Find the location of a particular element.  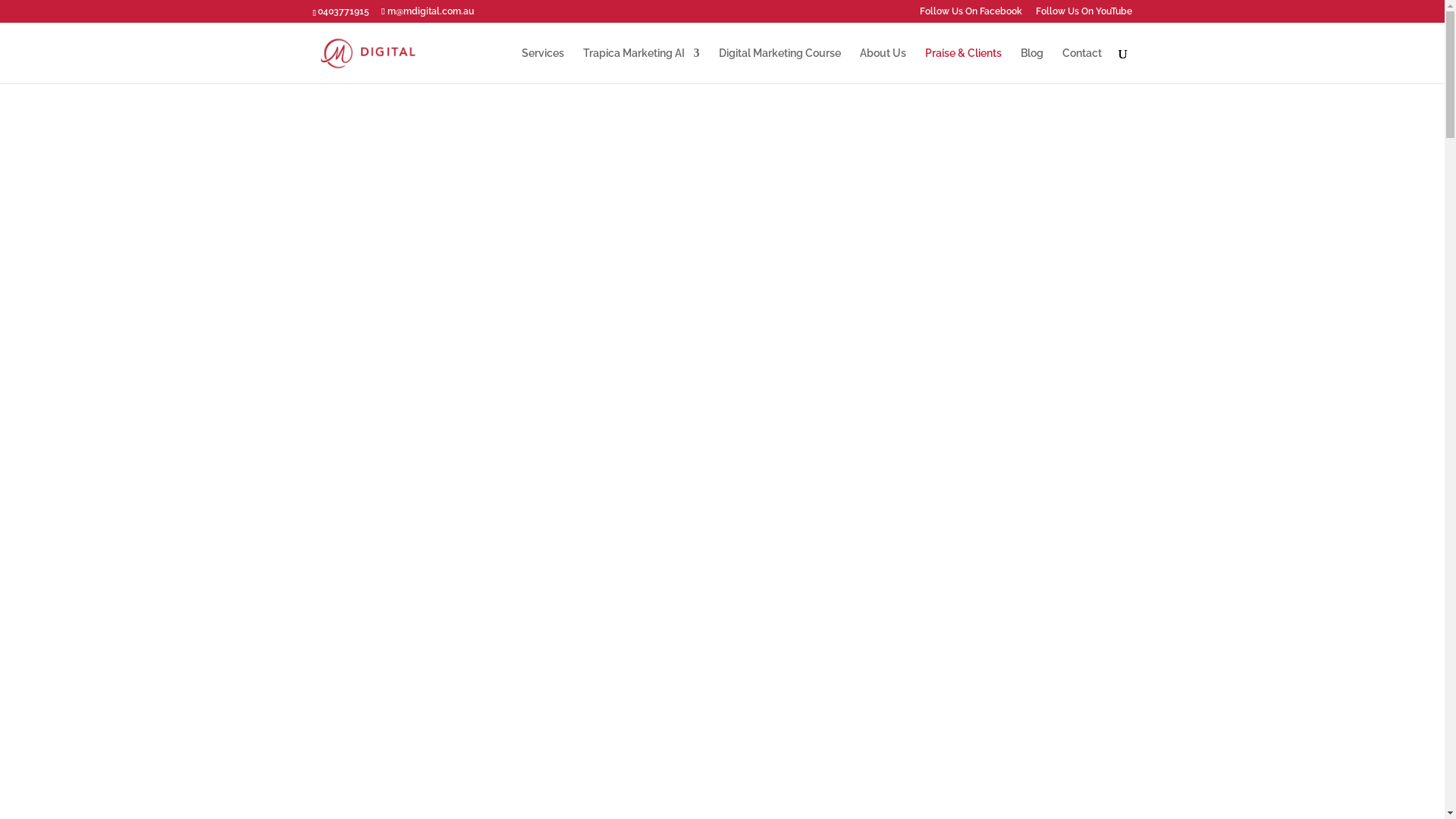

'Blog' is located at coordinates (1031, 64).